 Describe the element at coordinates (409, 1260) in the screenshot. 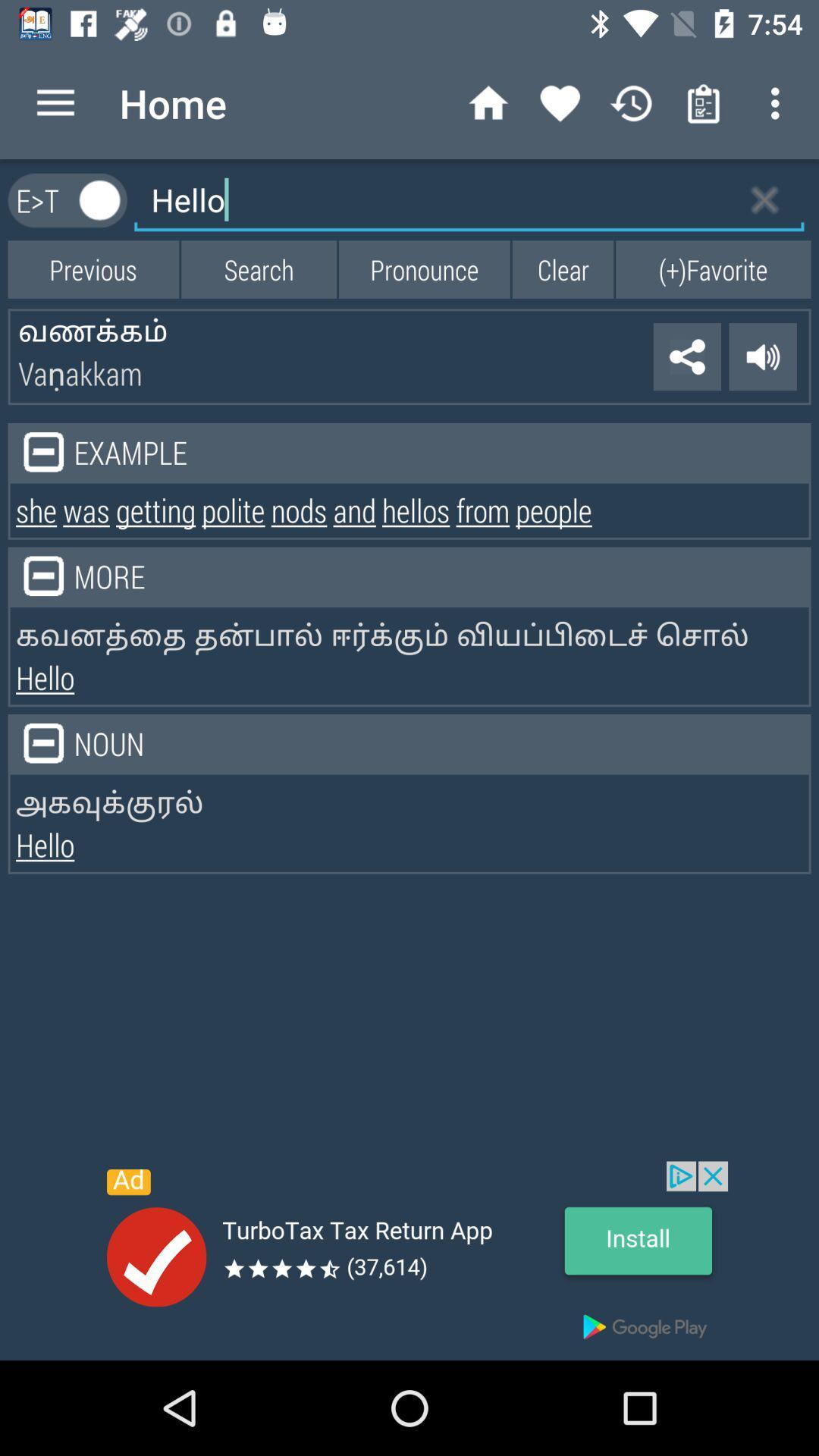

I see `install turbotax` at that location.